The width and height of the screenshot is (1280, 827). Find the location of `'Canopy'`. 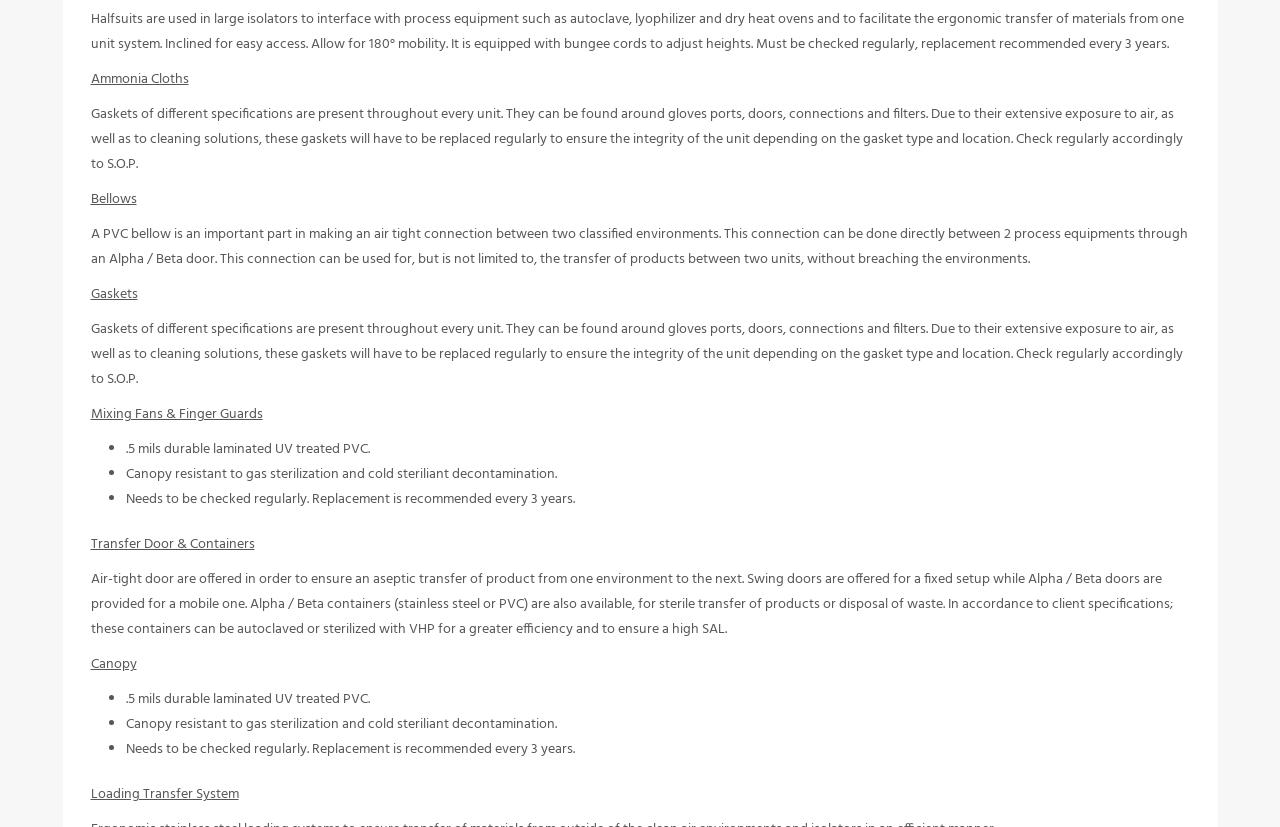

'Canopy' is located at coordinates (112, 677).